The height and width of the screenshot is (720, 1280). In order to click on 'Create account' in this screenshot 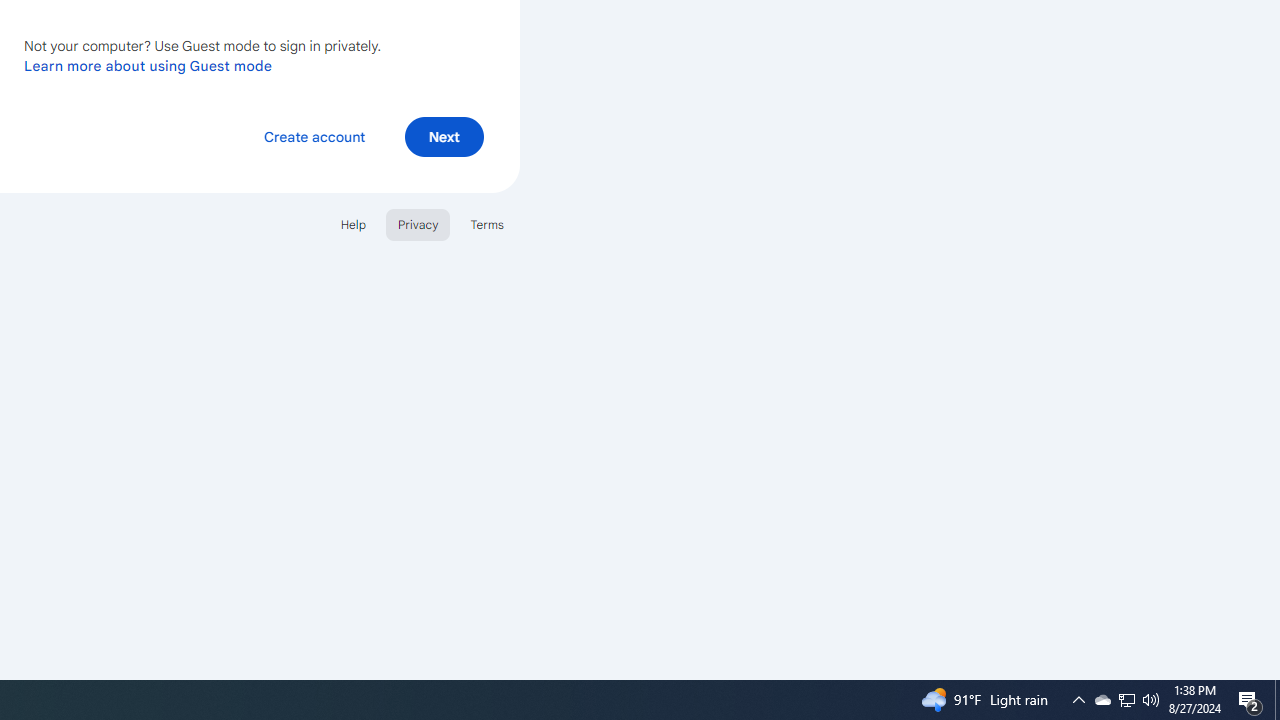, I will do `click(313, 135)`.